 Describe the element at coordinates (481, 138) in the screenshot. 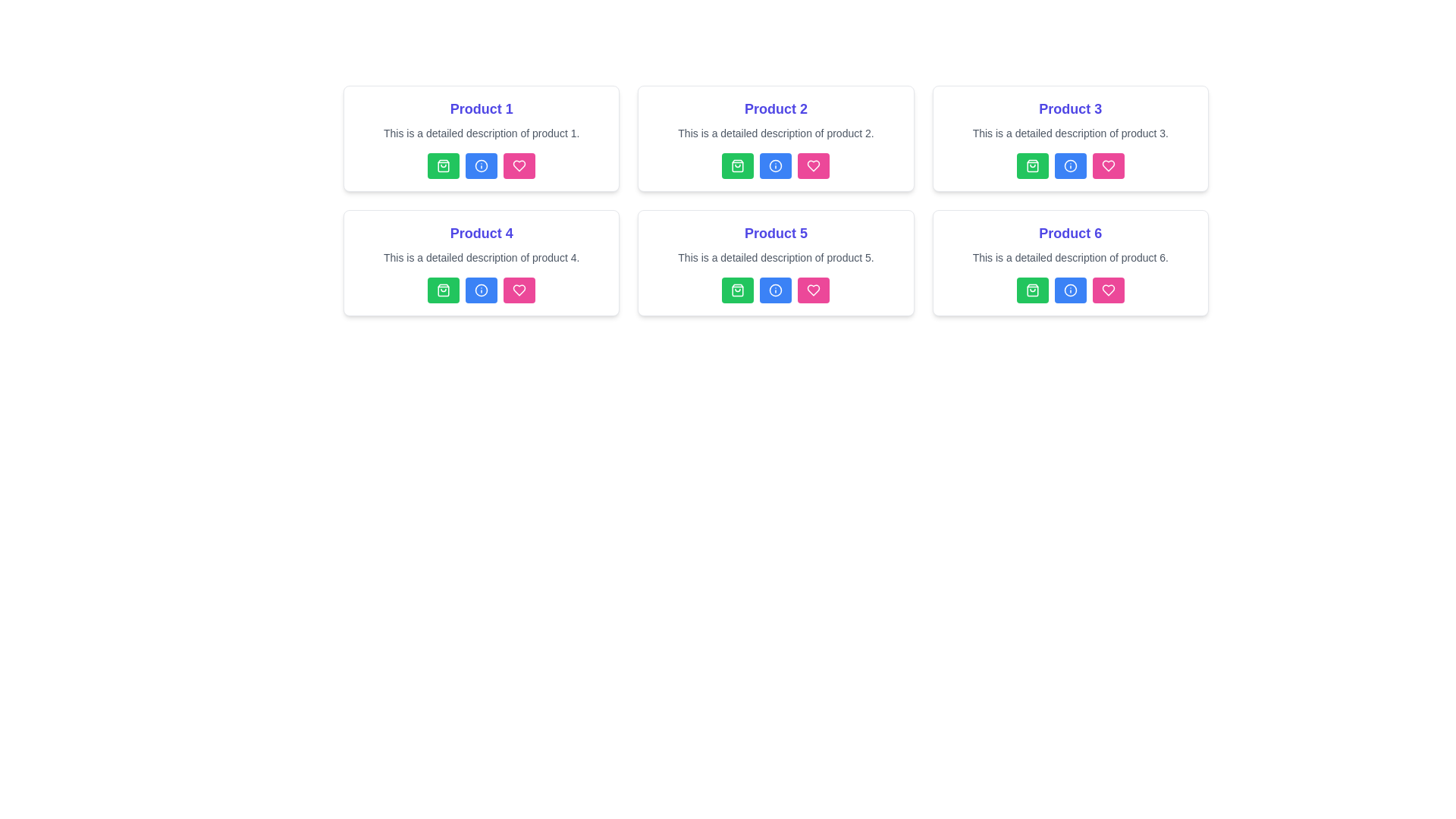

I see `the Product Card located at the top-left corner of the grid layout, which displays key information about the product` at that location.